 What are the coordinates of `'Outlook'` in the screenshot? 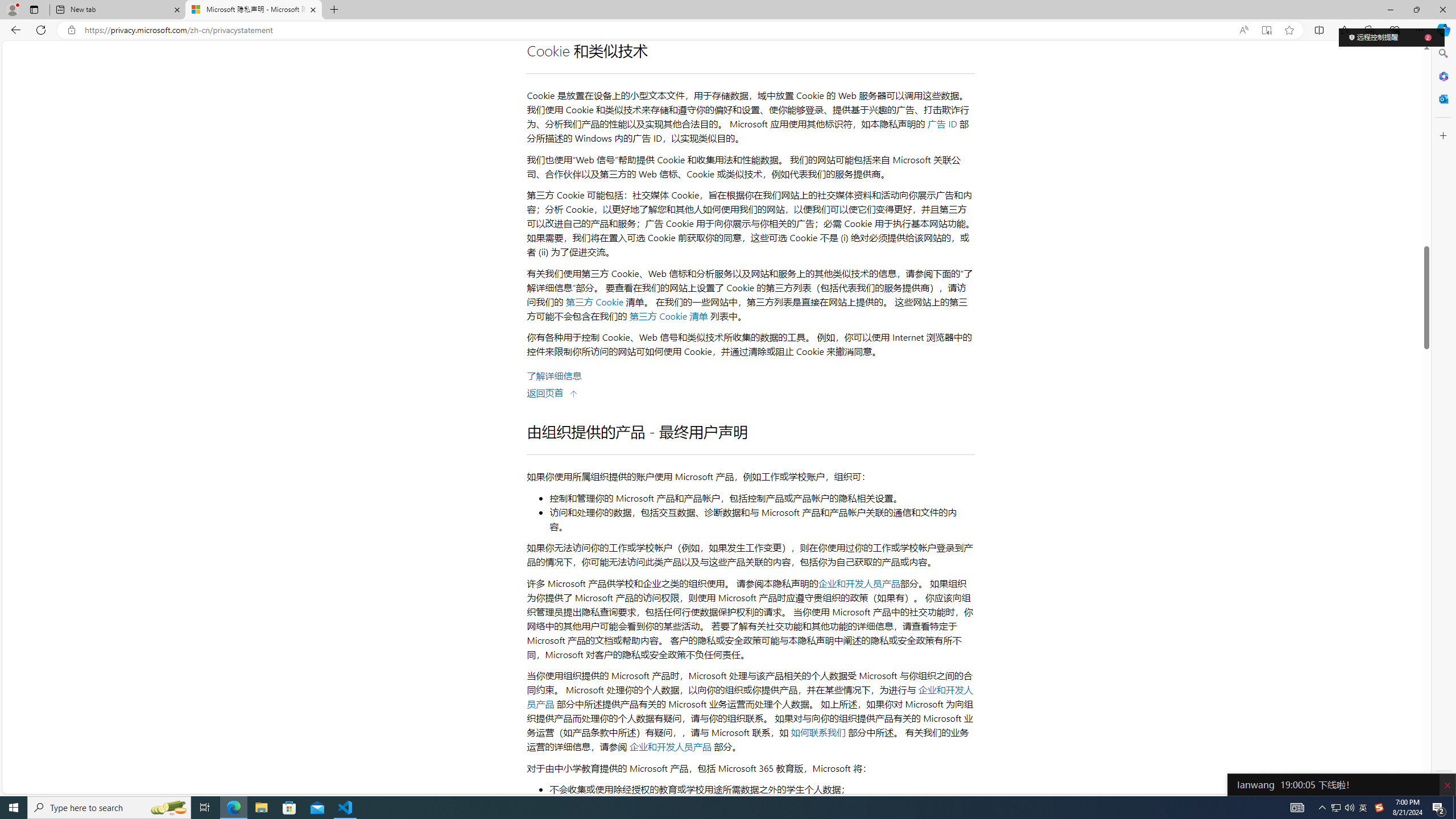 It's located at (1442, 98).